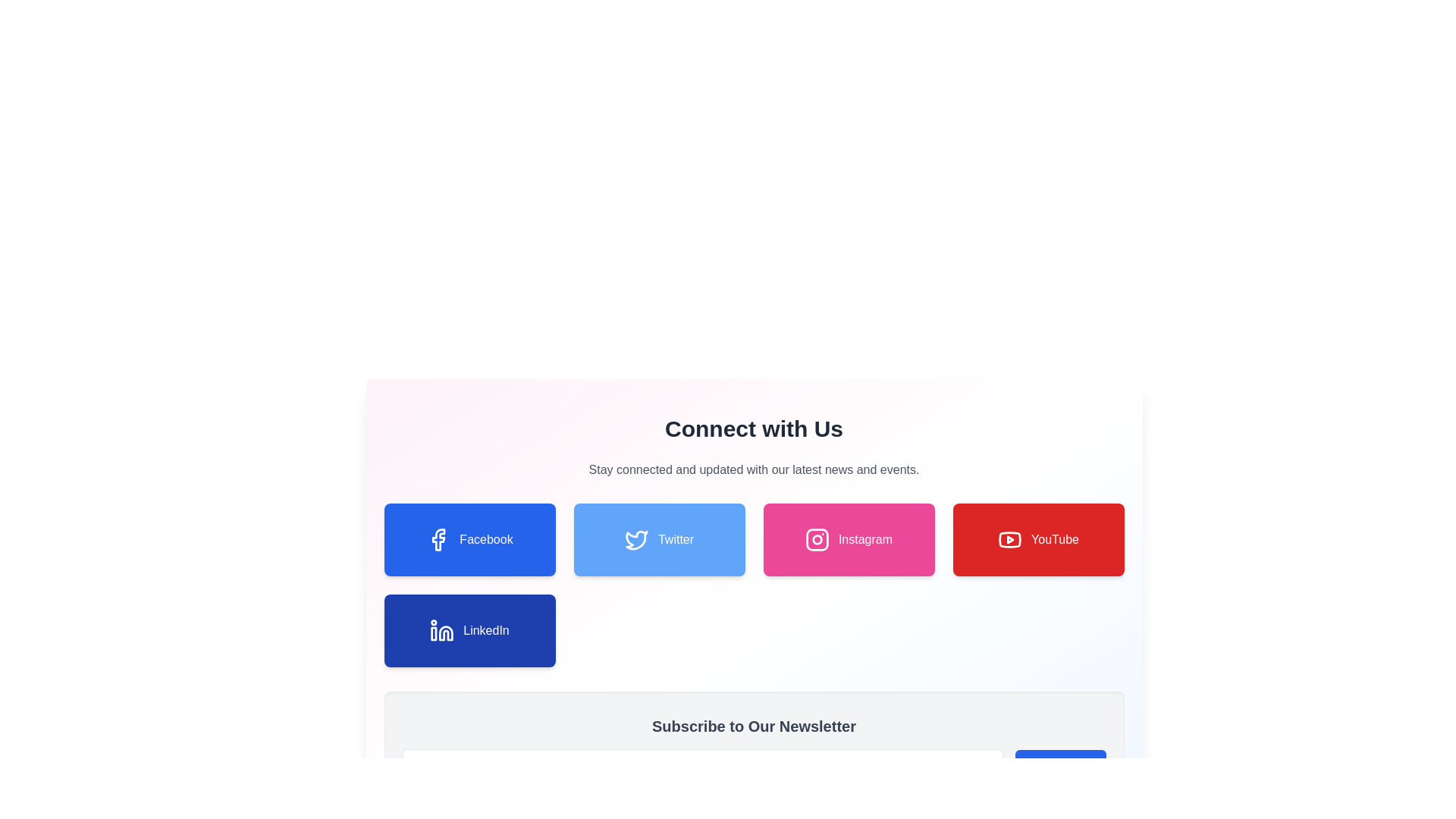 The width and height of the screenshot is (1456, 819). I want to click on the Facebook icon located within the blue rectangular button labeled 'Facebook', so click(438, 539).